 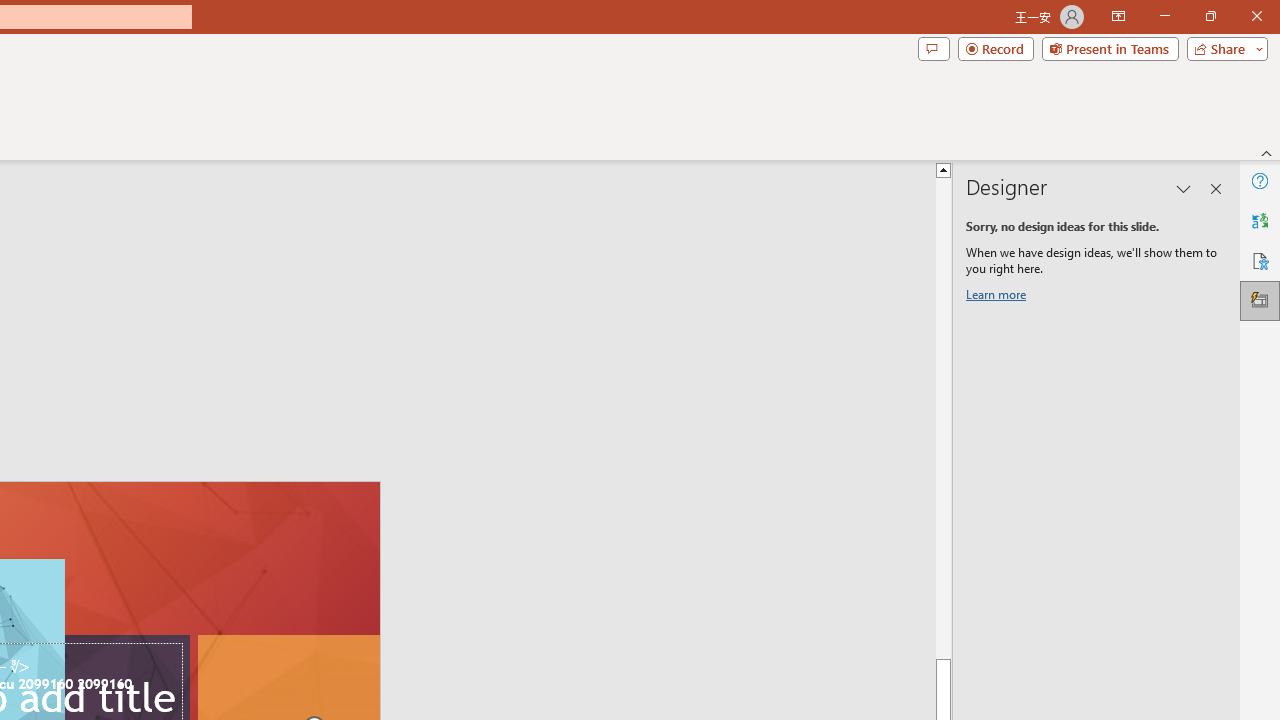 I want to click on 'Minimize', so click(x=1164, y=16).